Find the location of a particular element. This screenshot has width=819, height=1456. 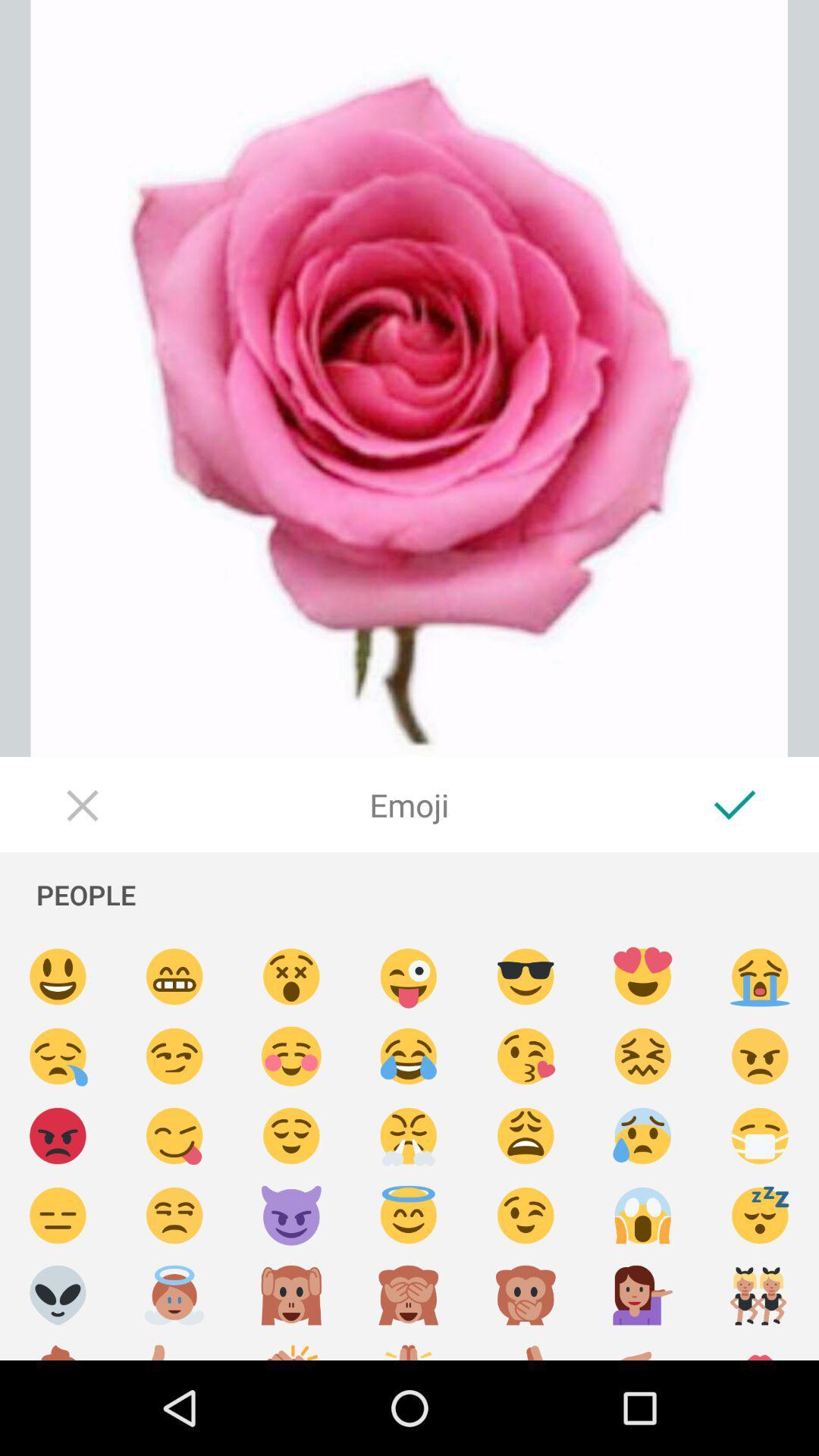

alien emoticon is located at coordinates (57, 1294).